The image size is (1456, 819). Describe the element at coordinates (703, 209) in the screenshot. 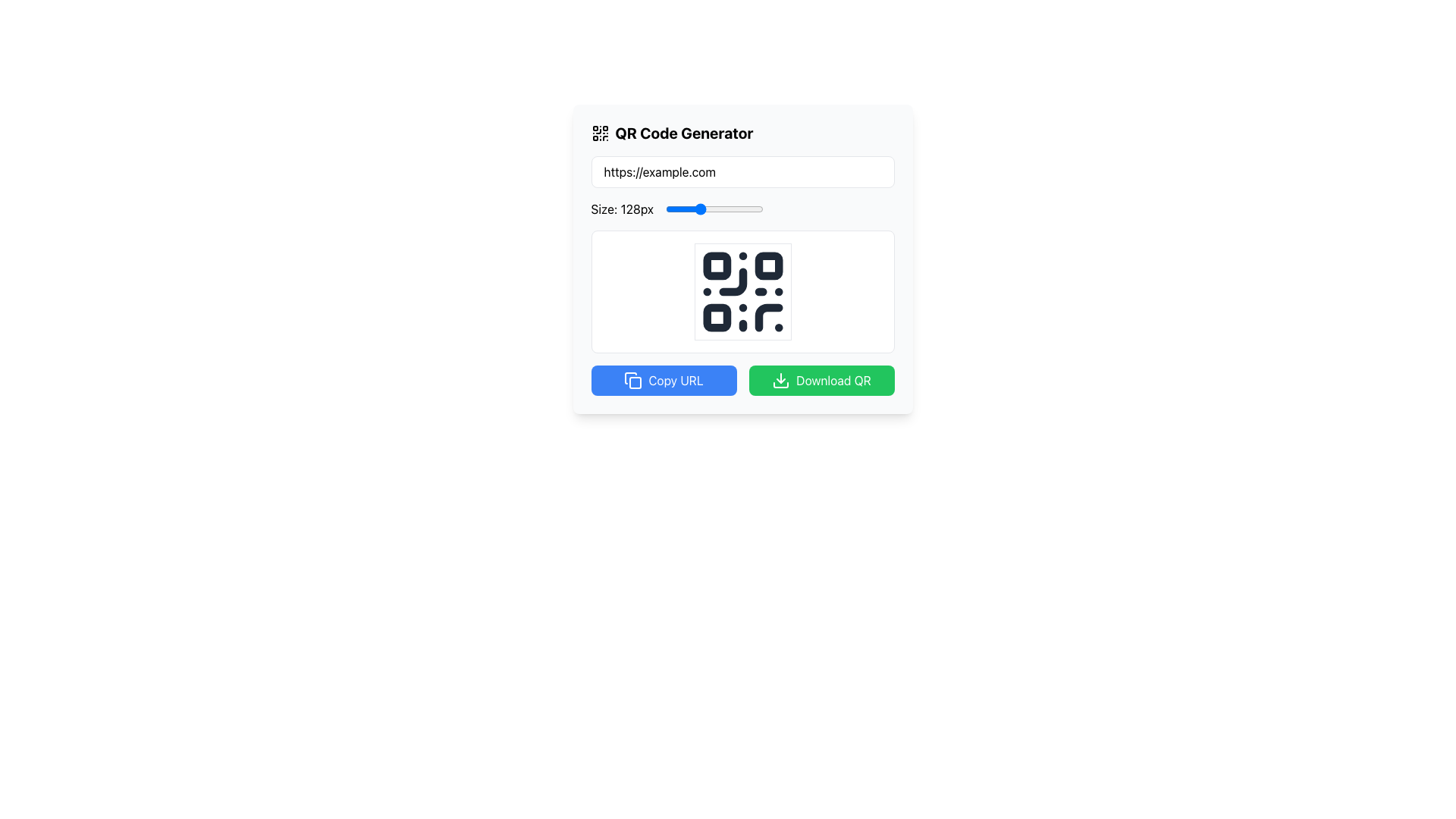

I see `the QR code size` at that location.